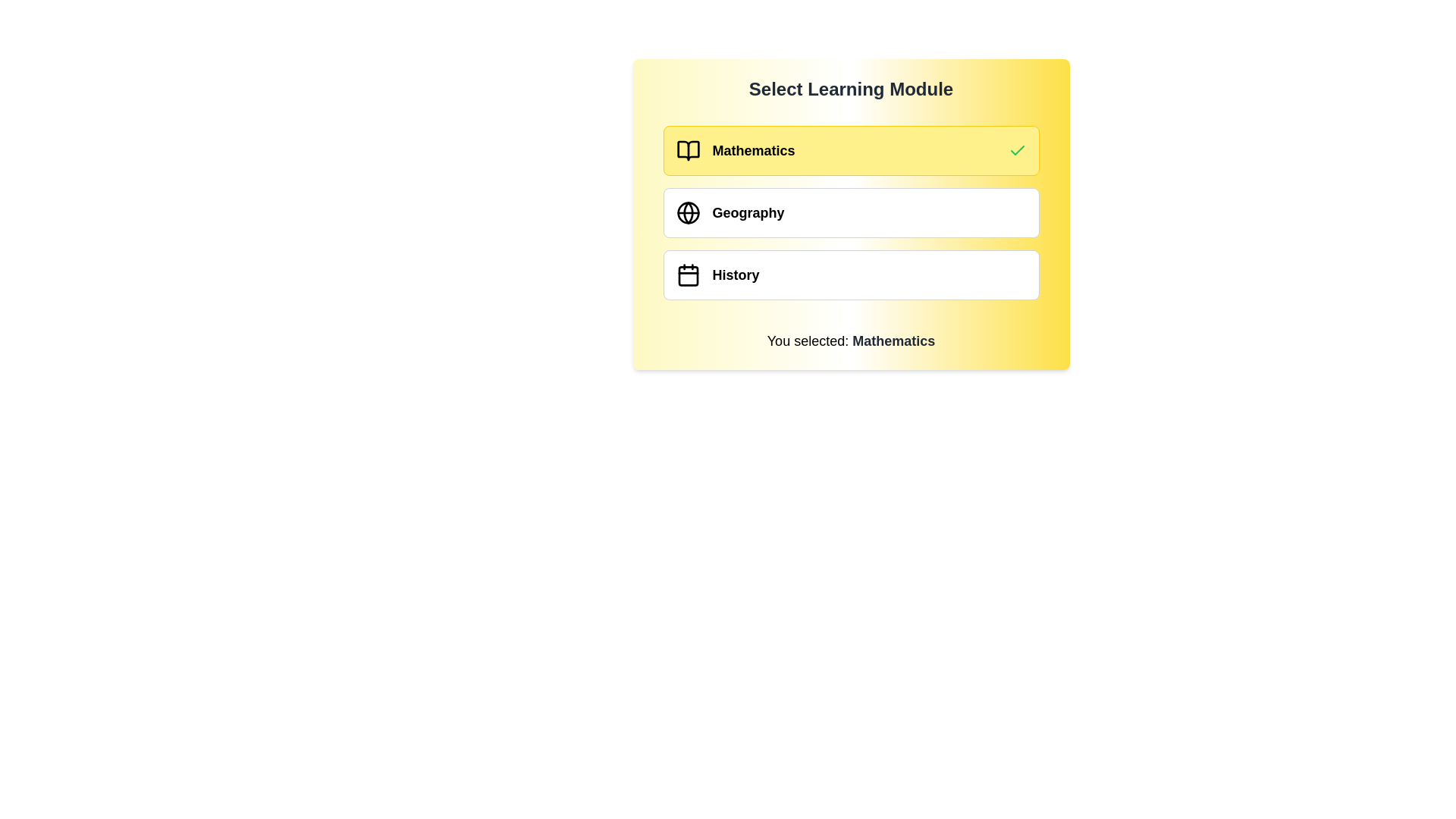  I want to click on the Rectangular SVG shape with rounded corners that serves as the background of the calendar icon located to the left of the 'History' text in the option list, so click(687, 276).